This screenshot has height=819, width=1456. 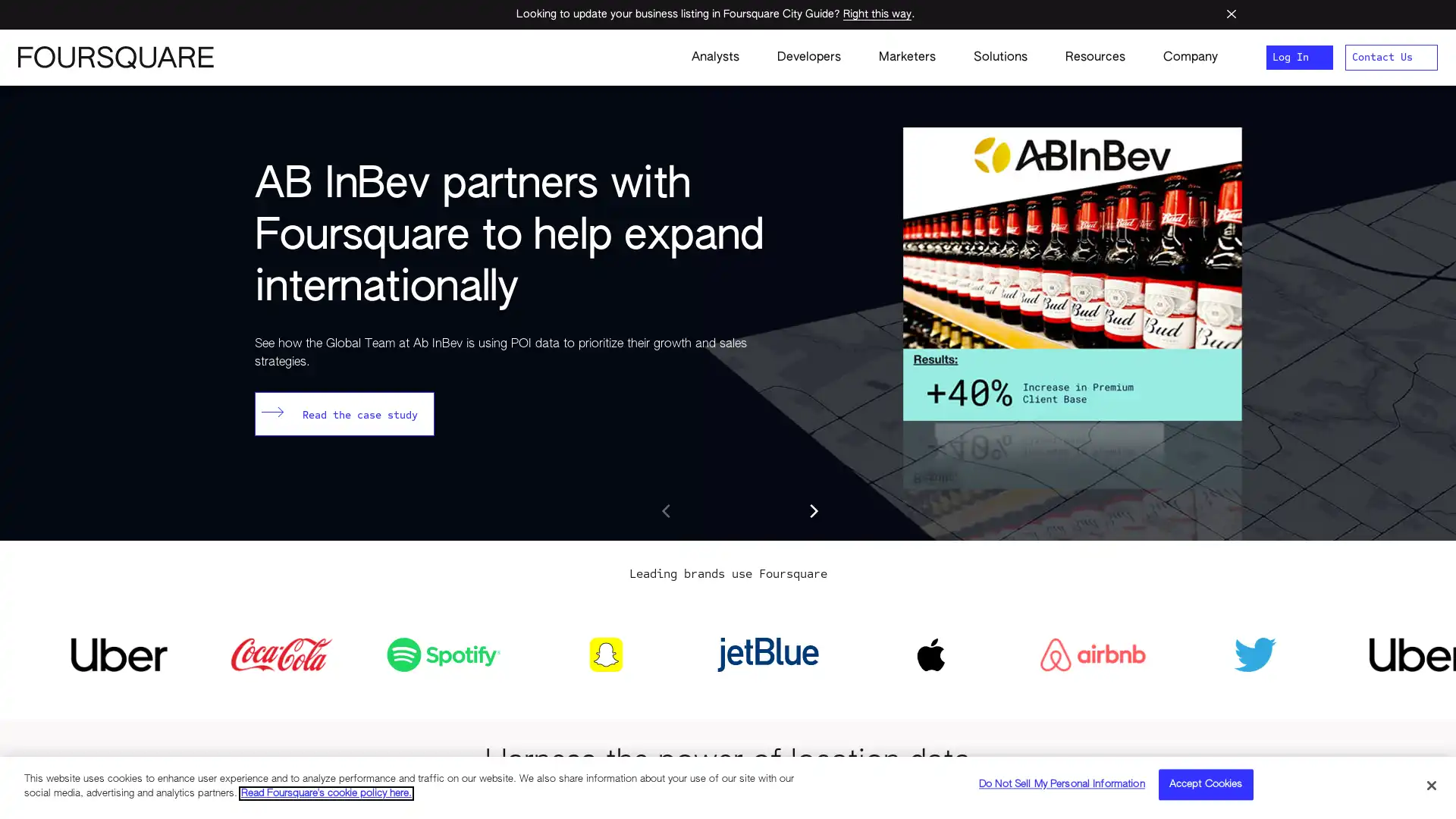 What do you see at coordinates (1180, 58) in the screenshot?
I see `Company` at bounding box center [1180, 58].